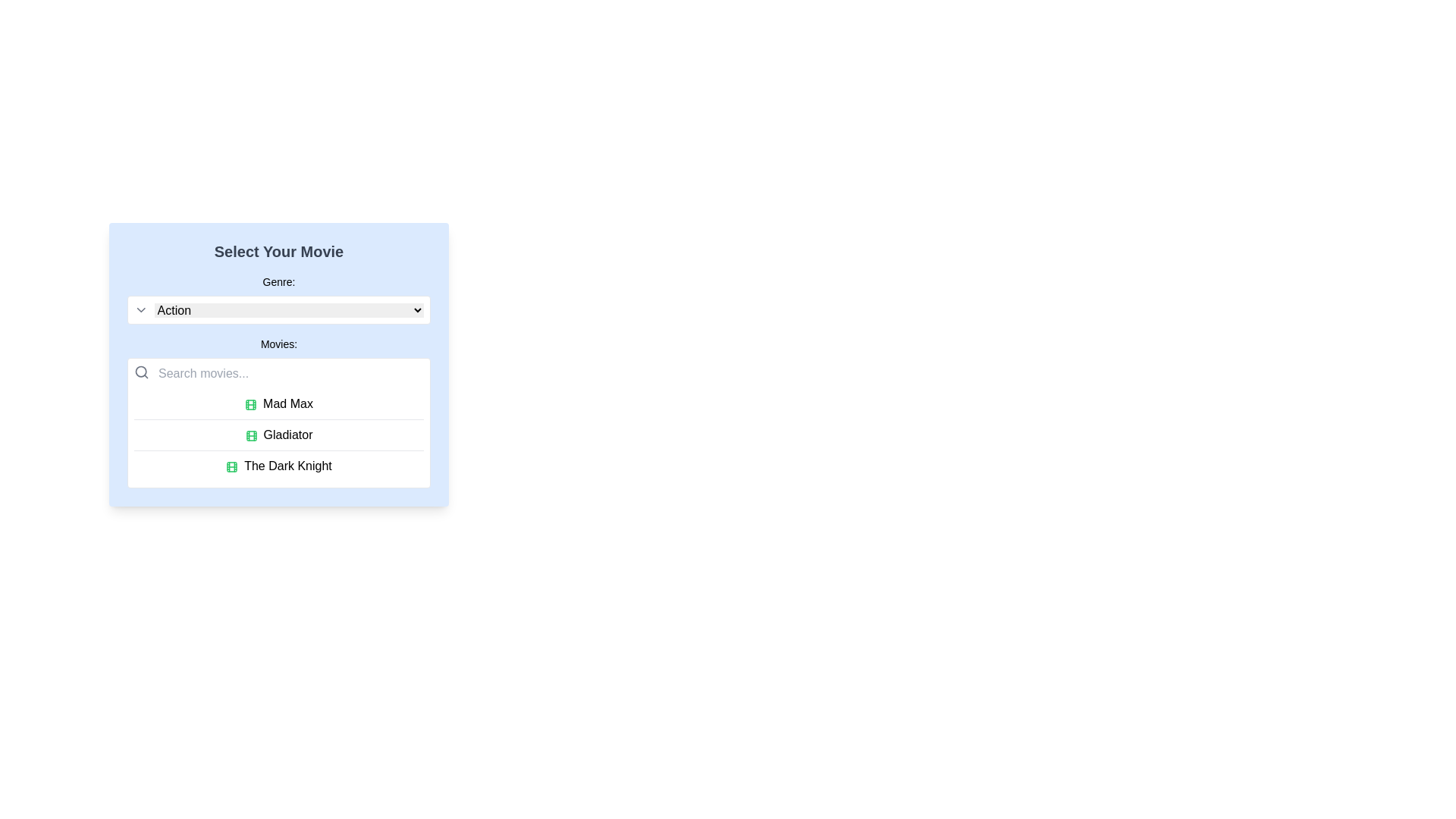  Describe the element at coordinates (279, 435) in the screenshot. I see `the selectable movie title list located in the lower portion of the 'Movies' panel` at that location.